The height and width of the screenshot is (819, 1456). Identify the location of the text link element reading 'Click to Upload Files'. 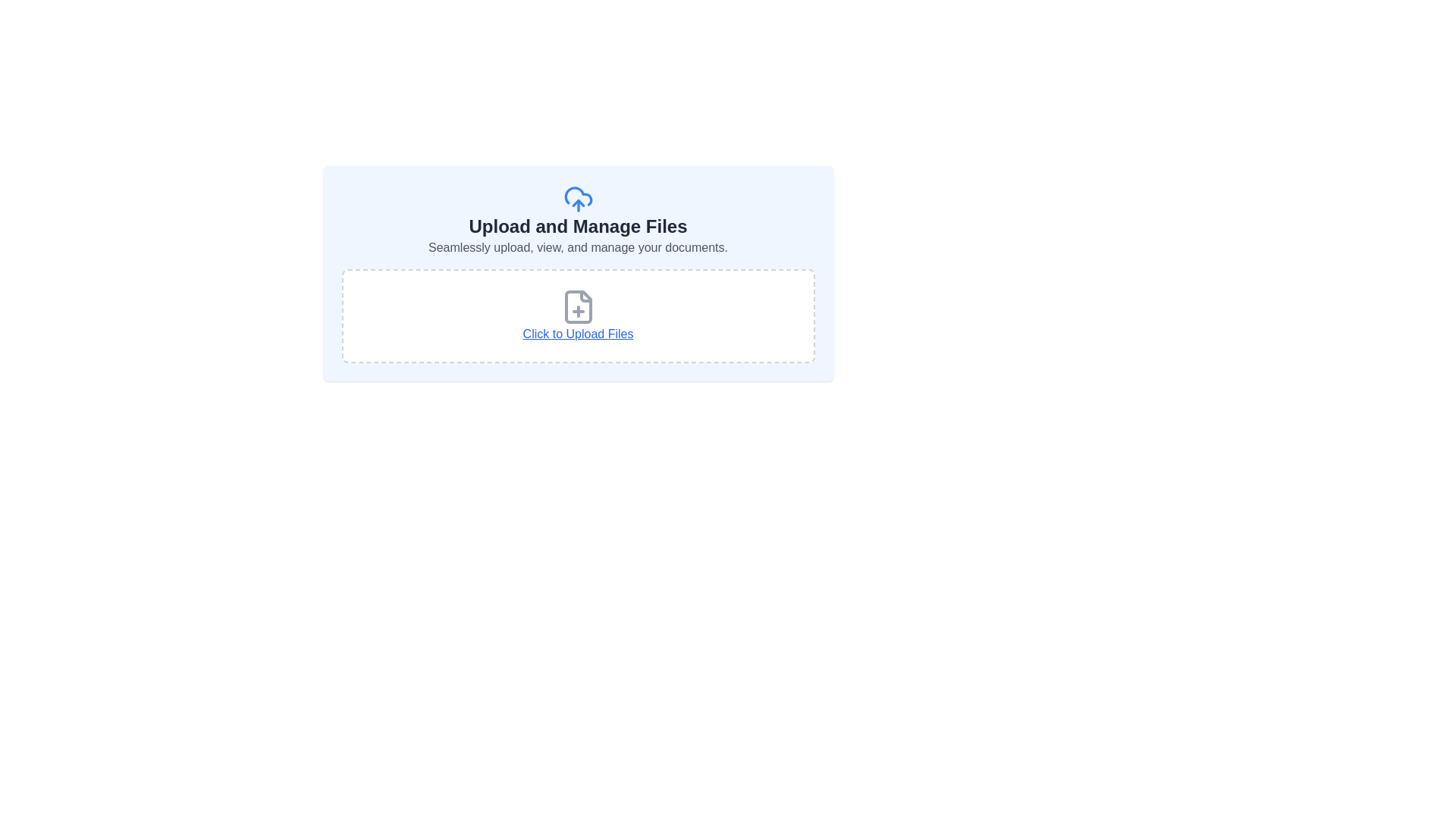
(577, 333).